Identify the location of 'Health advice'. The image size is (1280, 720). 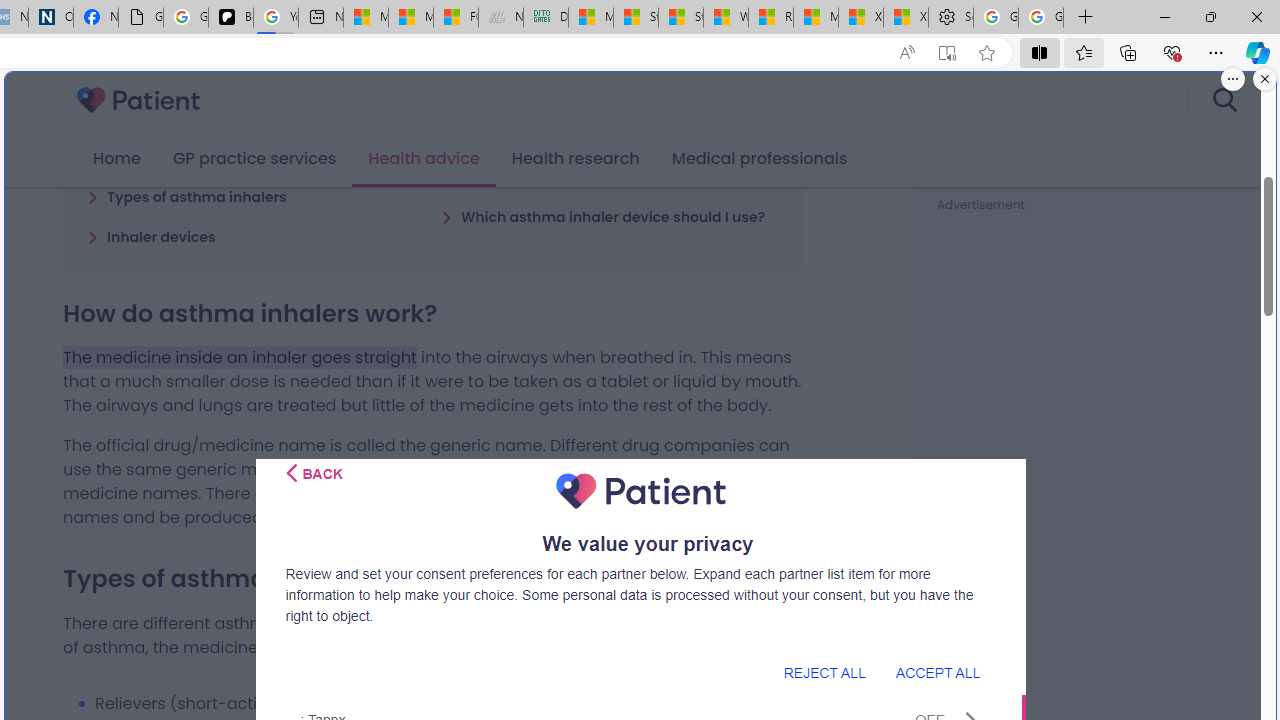
(423, 158).